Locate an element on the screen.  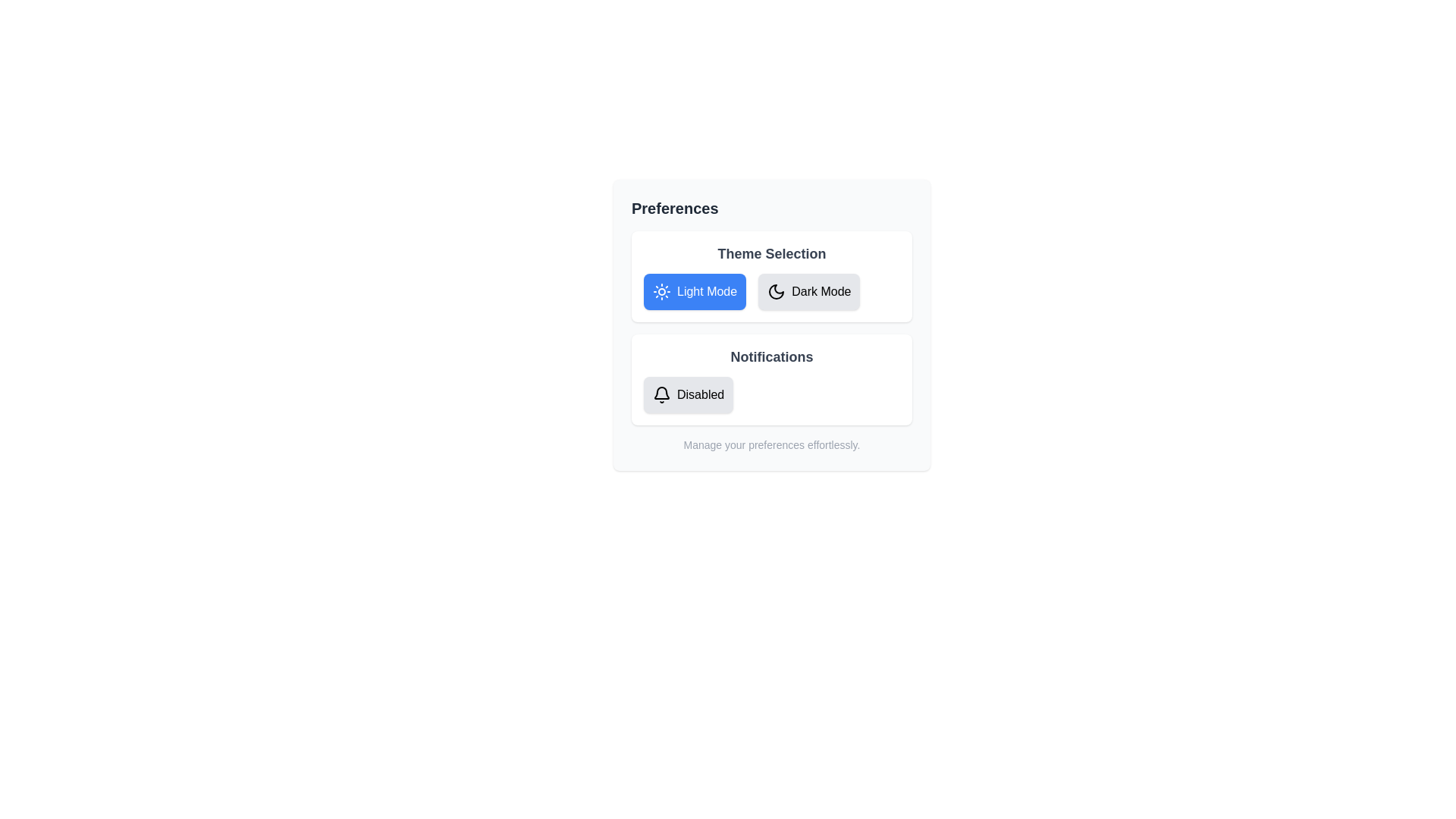
the sun icon located to the left of the 'Light Mode' button in the 'Theme Selection' section of the 'Preferences' panel is located at coordinates (662, 292).